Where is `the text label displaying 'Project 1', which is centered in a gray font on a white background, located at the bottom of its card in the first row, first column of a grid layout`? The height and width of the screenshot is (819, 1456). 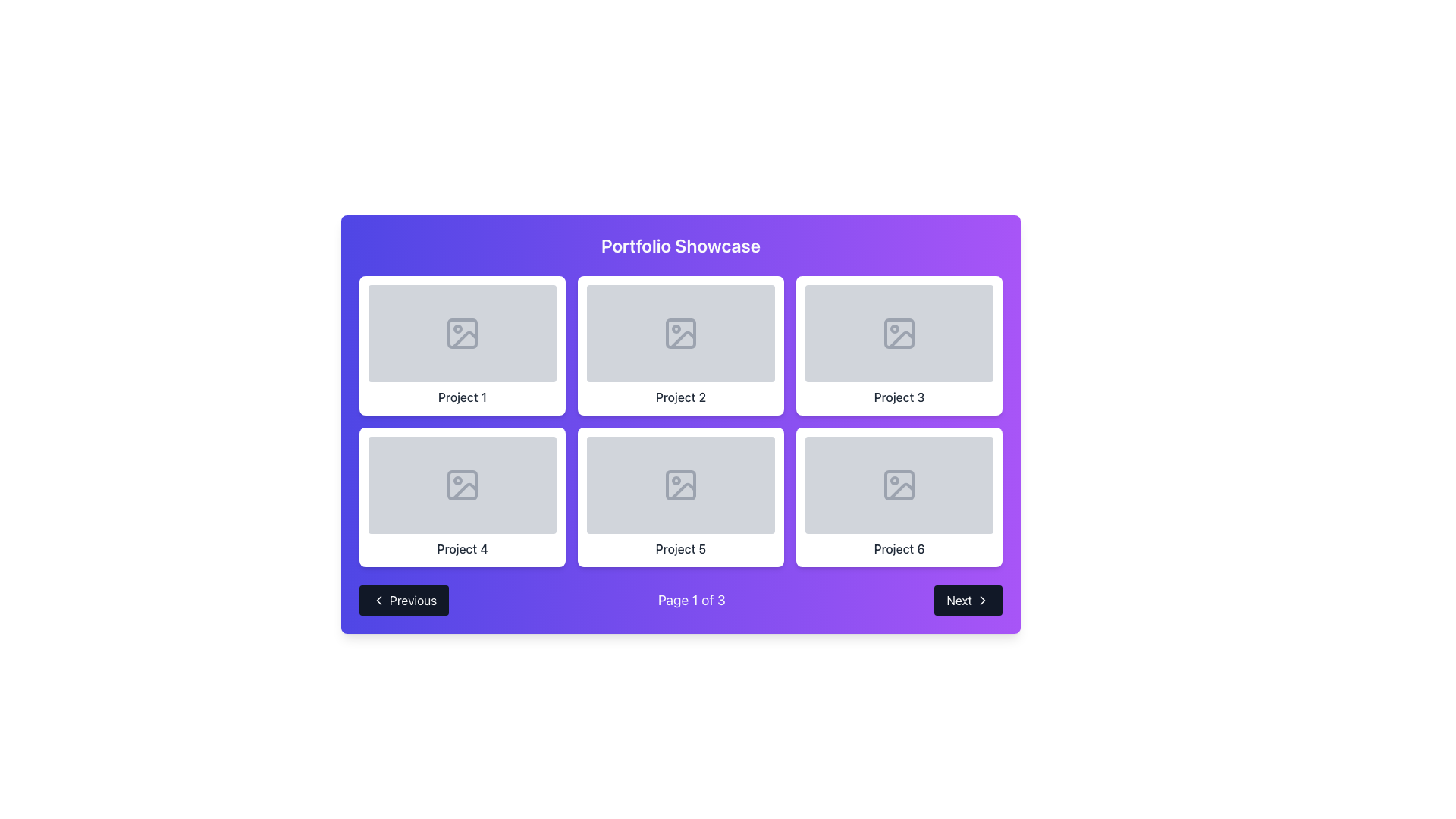 the text label displaying 'Project 1', which is centered in a gray font on a white background, located at the bottom of its card in the first row, first column of a grid layout is located at coordinates (461, 397).